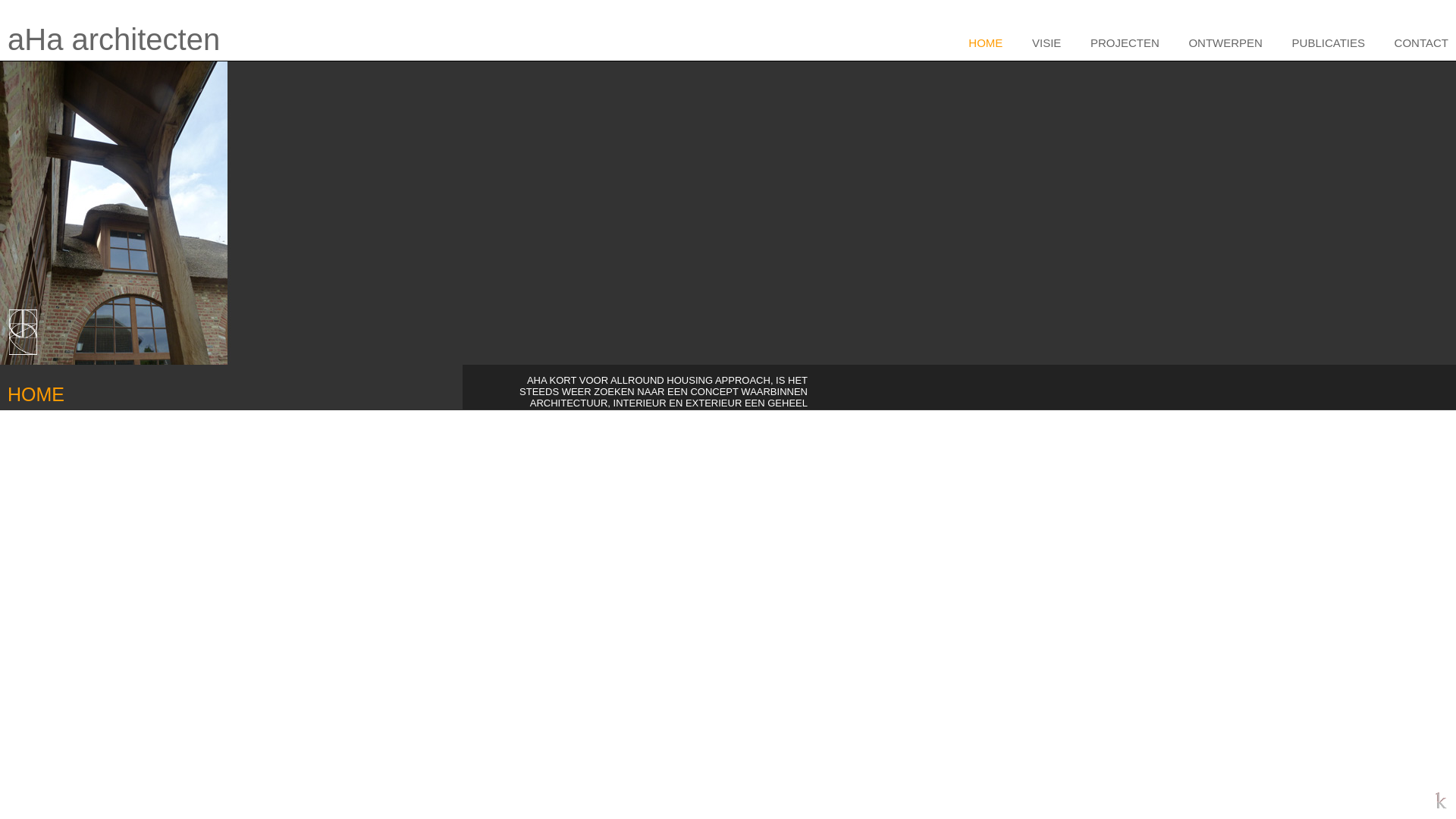 The image size is (1456, 819). Describe the element at coordinates (1413, 42) in the screenshot. I see `'CONTACT'` at that location.